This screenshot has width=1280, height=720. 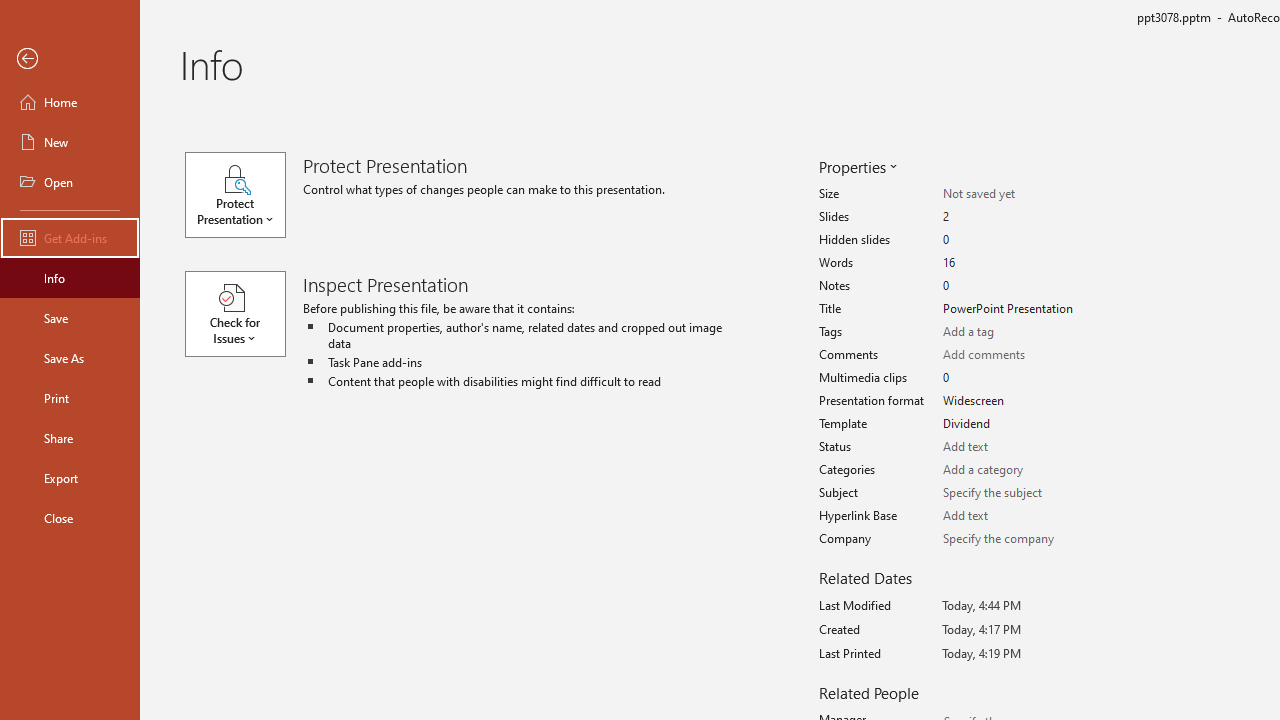 What do you see at coordinates (69, 277) in the screenshot?
I see `'Info'` at bounding box center [69, 277].